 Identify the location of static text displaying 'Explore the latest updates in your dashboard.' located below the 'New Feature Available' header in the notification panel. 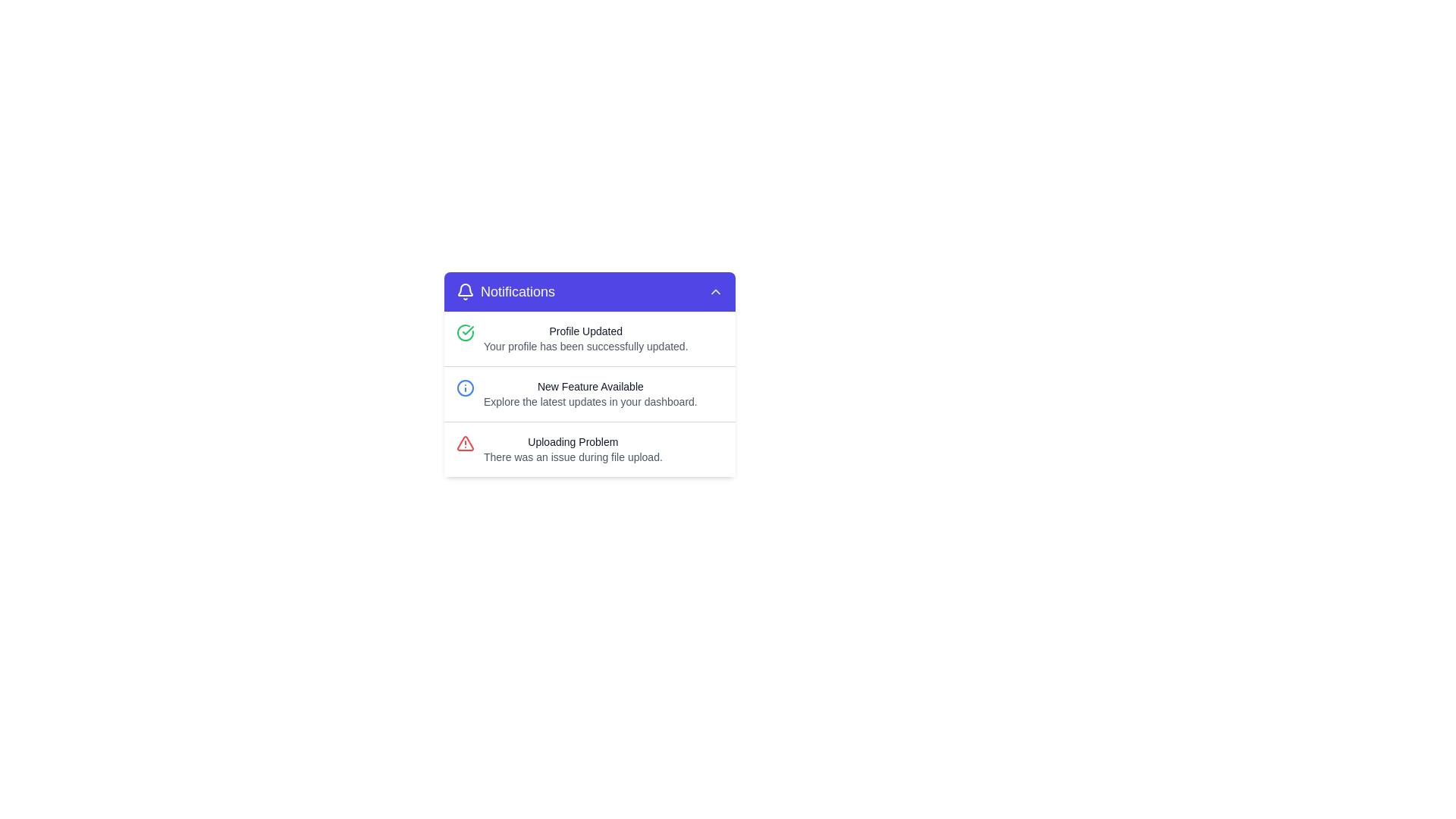
(589, 400).